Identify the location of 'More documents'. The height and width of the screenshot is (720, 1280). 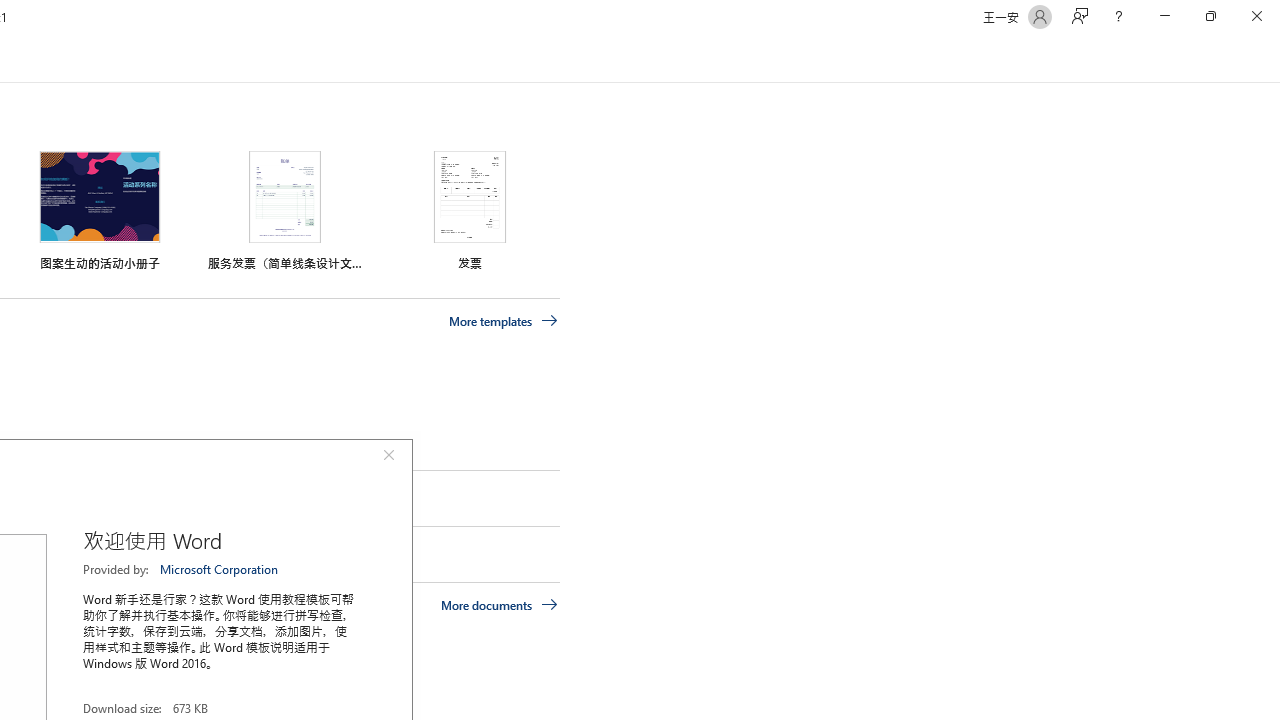
(499, 603).